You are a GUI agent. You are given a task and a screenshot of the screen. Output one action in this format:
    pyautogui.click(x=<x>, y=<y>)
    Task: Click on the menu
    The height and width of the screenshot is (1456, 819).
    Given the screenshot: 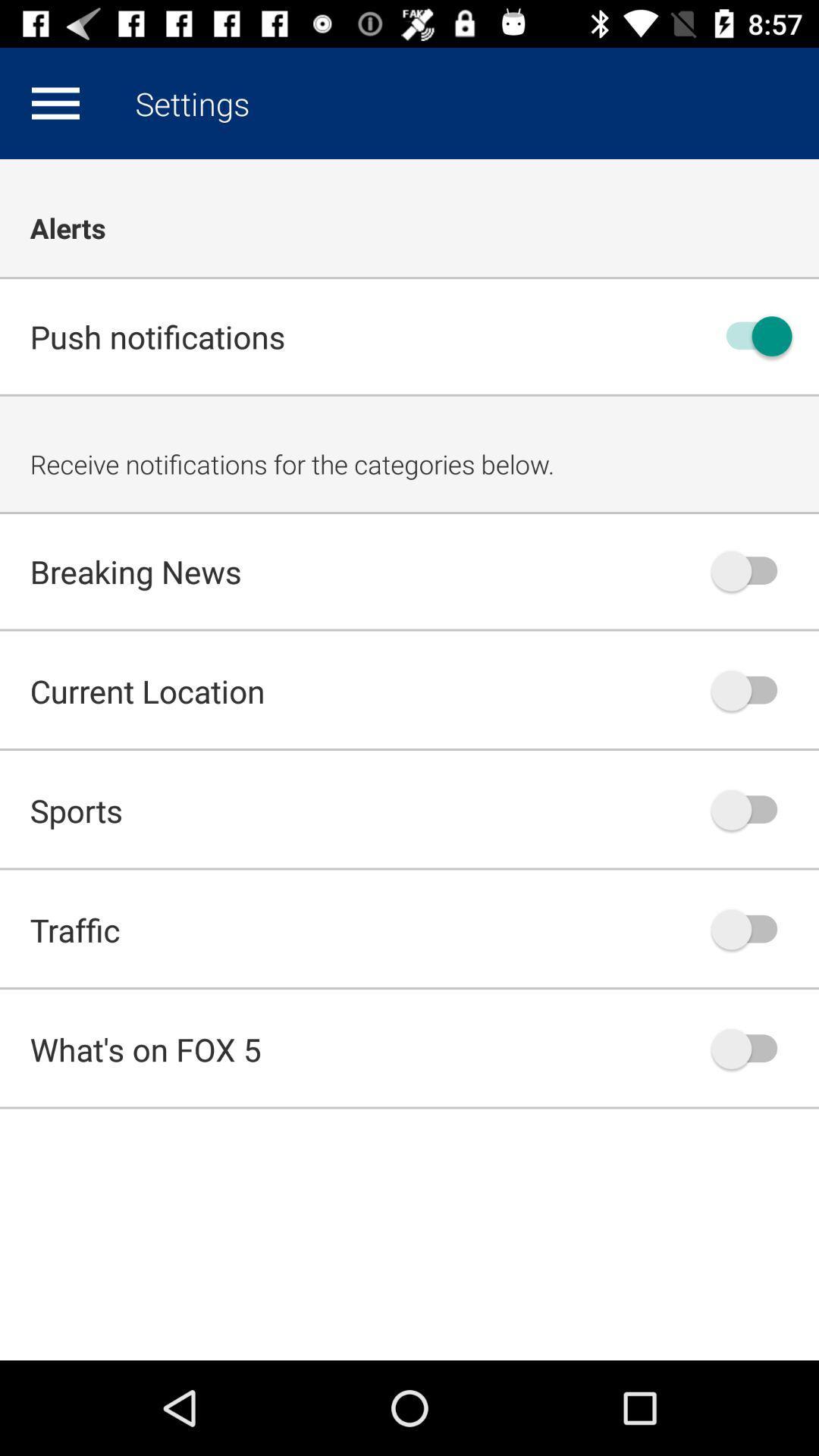 What is the action you would take?
    pyautogui.click(x=55, y=102)
    